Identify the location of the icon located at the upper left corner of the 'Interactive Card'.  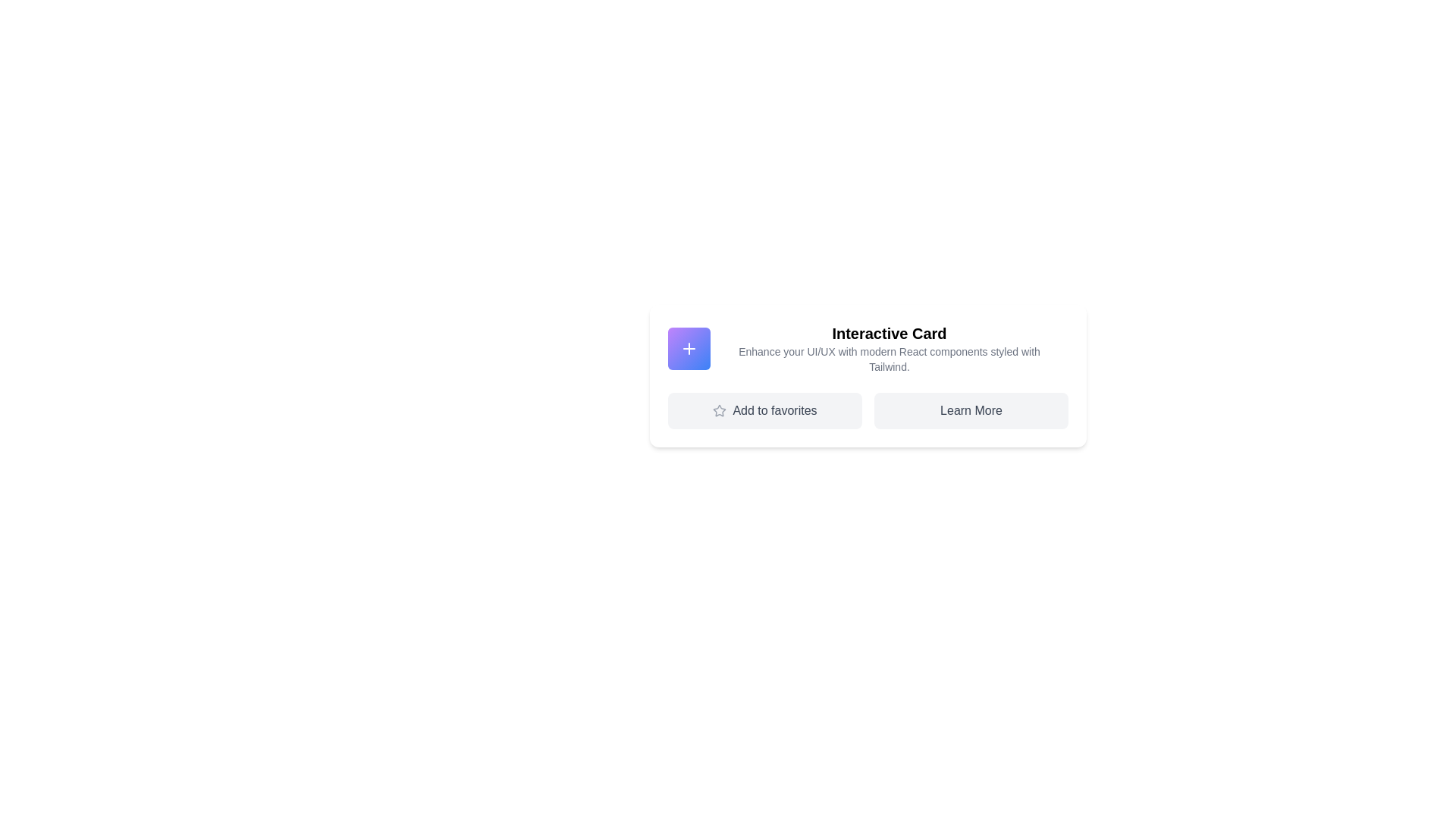
(688, 348).